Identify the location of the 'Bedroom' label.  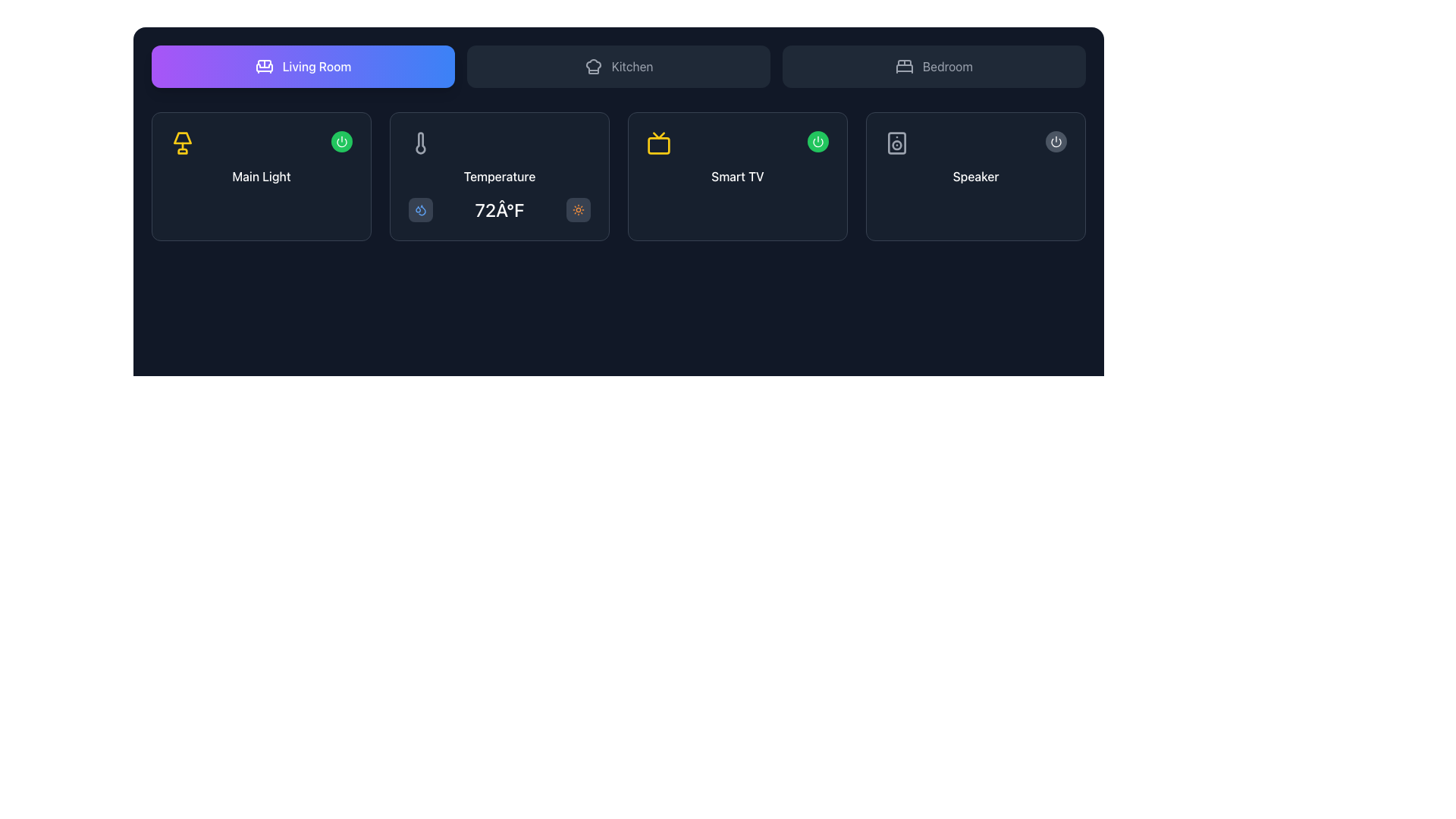
(934, 66).